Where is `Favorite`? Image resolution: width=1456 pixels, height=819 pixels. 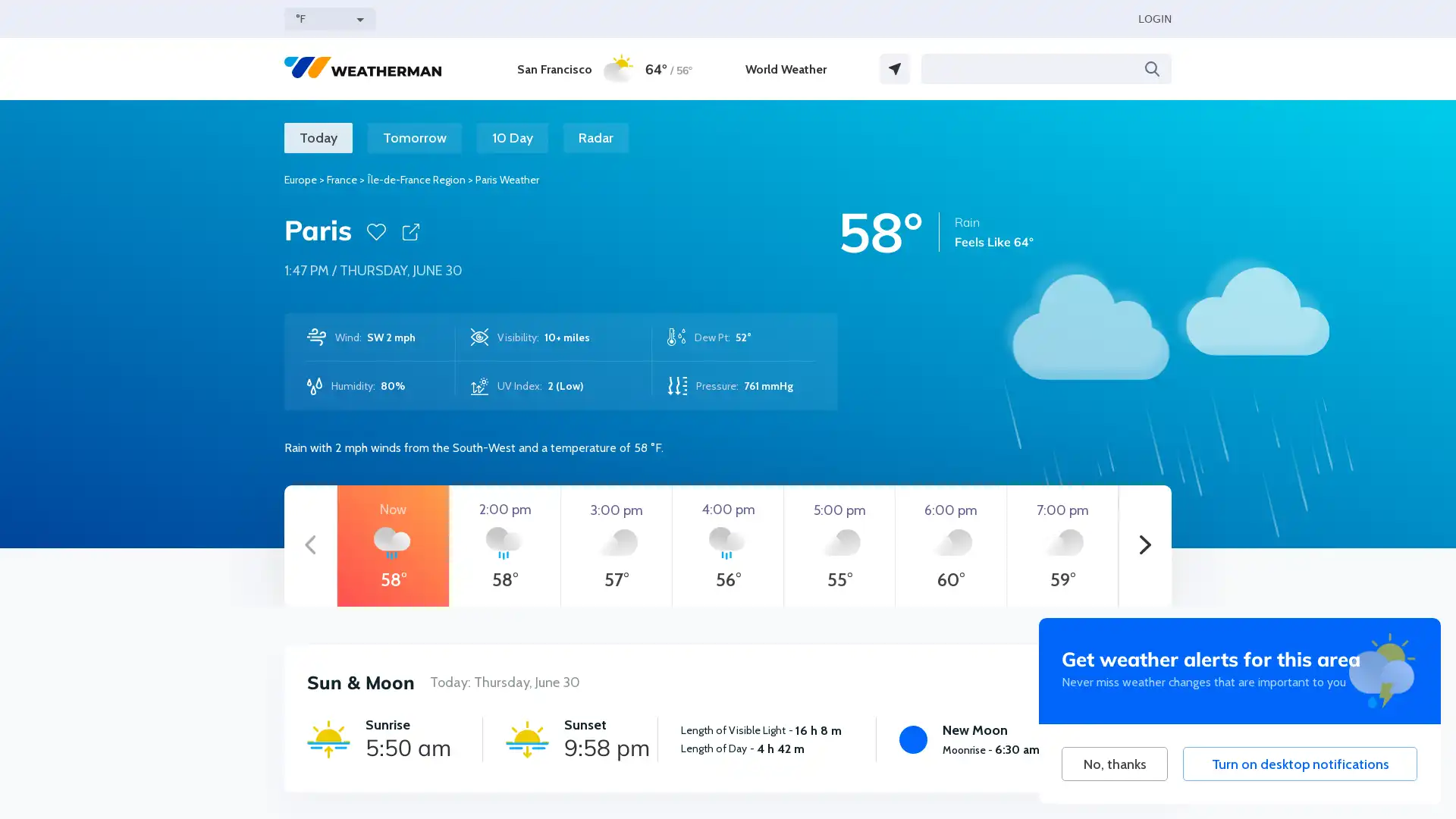
Favorite is located at coordinates (376, 231).